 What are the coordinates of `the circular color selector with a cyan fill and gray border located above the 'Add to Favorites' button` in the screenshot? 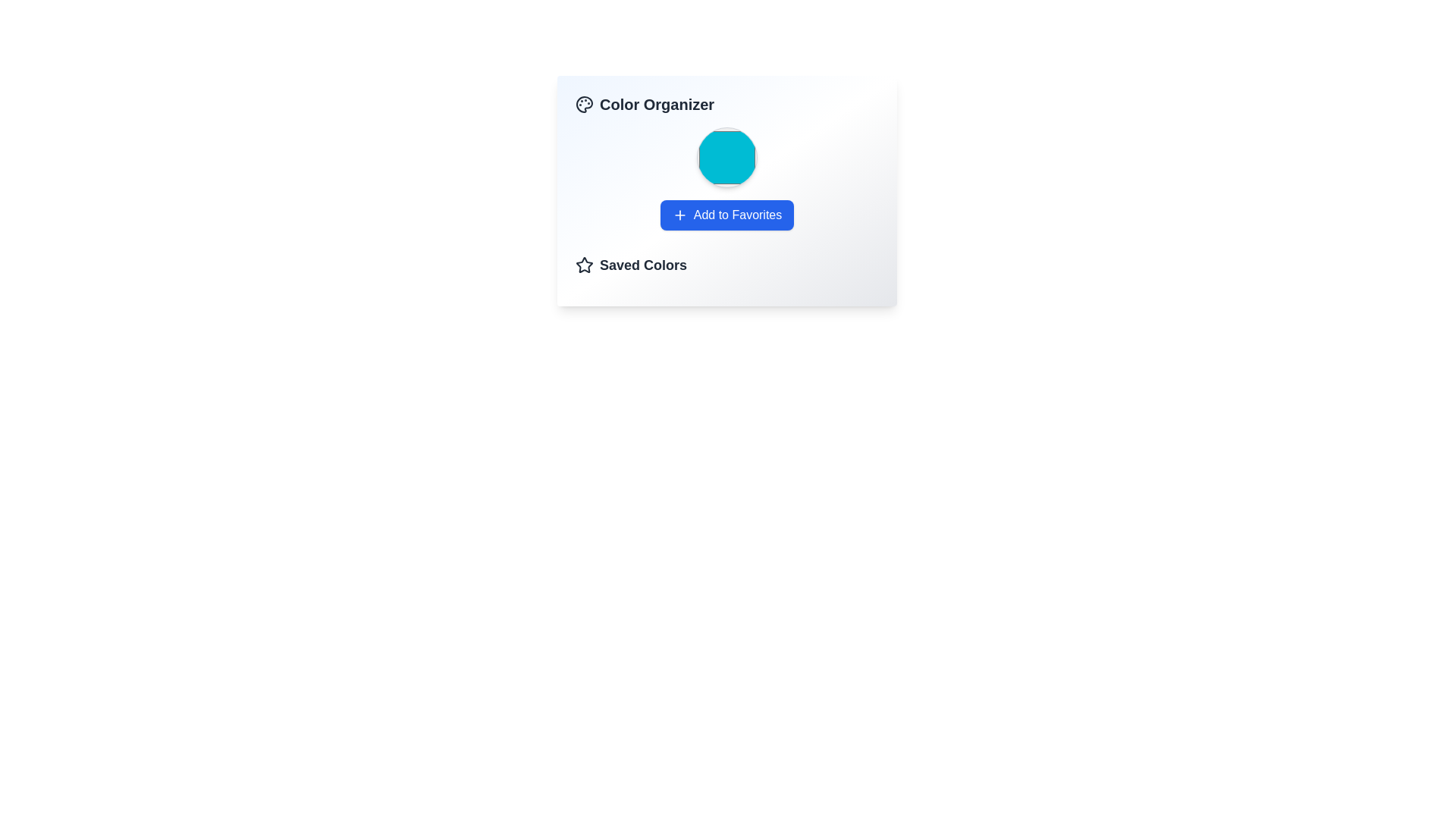 It's located at (726, 158).